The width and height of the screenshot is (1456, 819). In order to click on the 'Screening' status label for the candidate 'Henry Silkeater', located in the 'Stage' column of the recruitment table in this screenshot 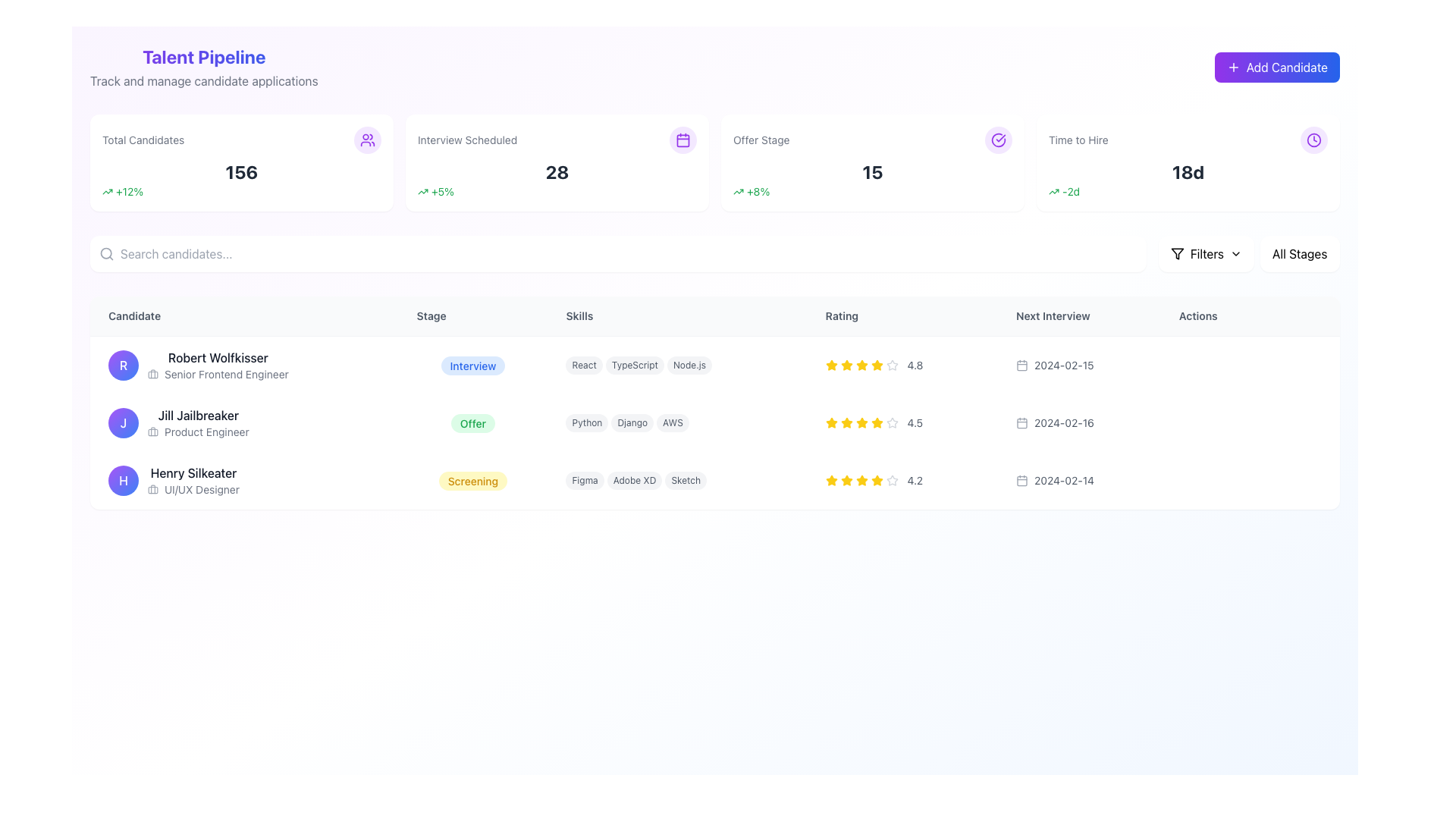, I will do `click(472, 480)`.